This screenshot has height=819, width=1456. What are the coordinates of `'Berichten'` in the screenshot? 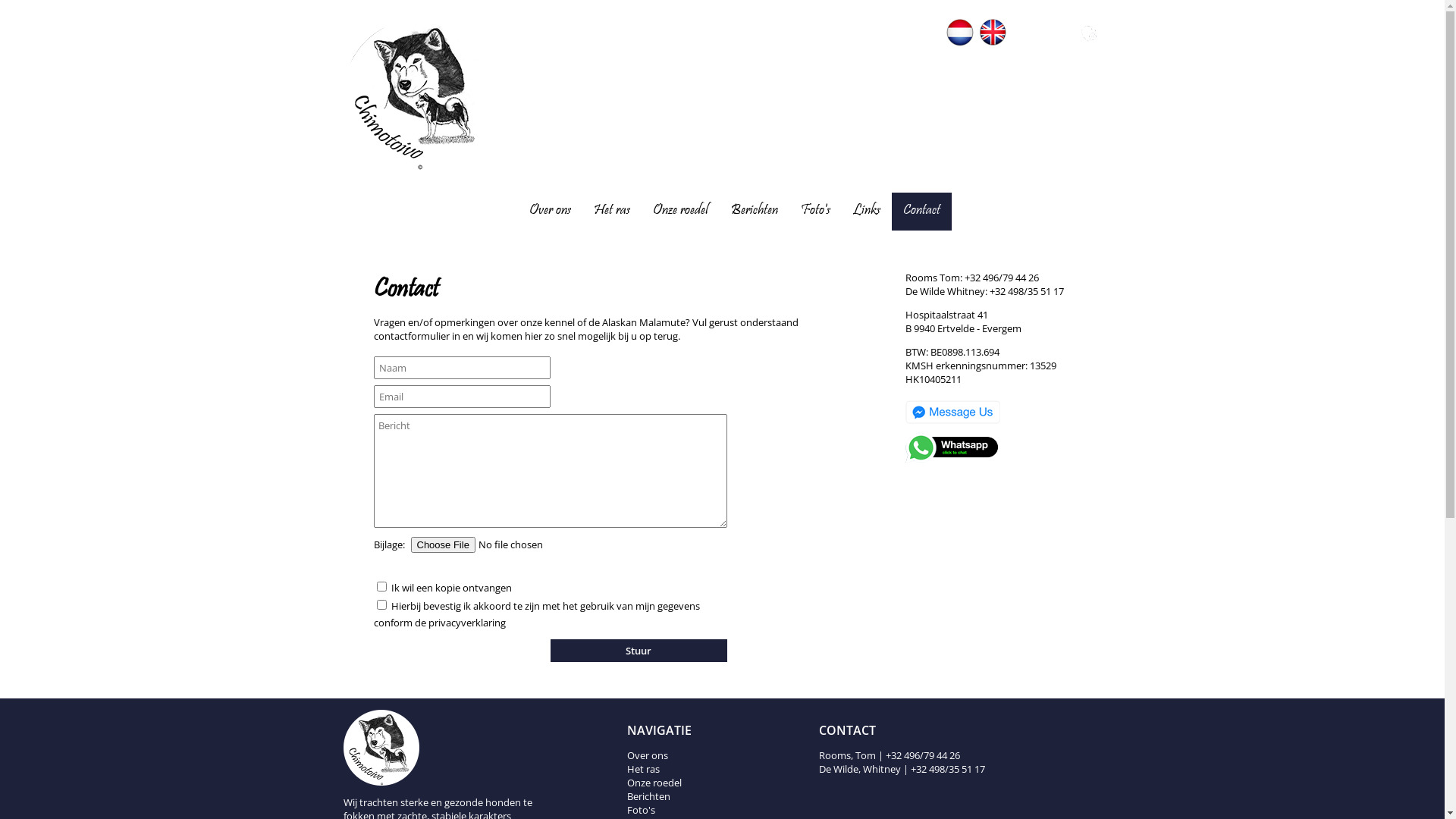 It's located at (626, 795).